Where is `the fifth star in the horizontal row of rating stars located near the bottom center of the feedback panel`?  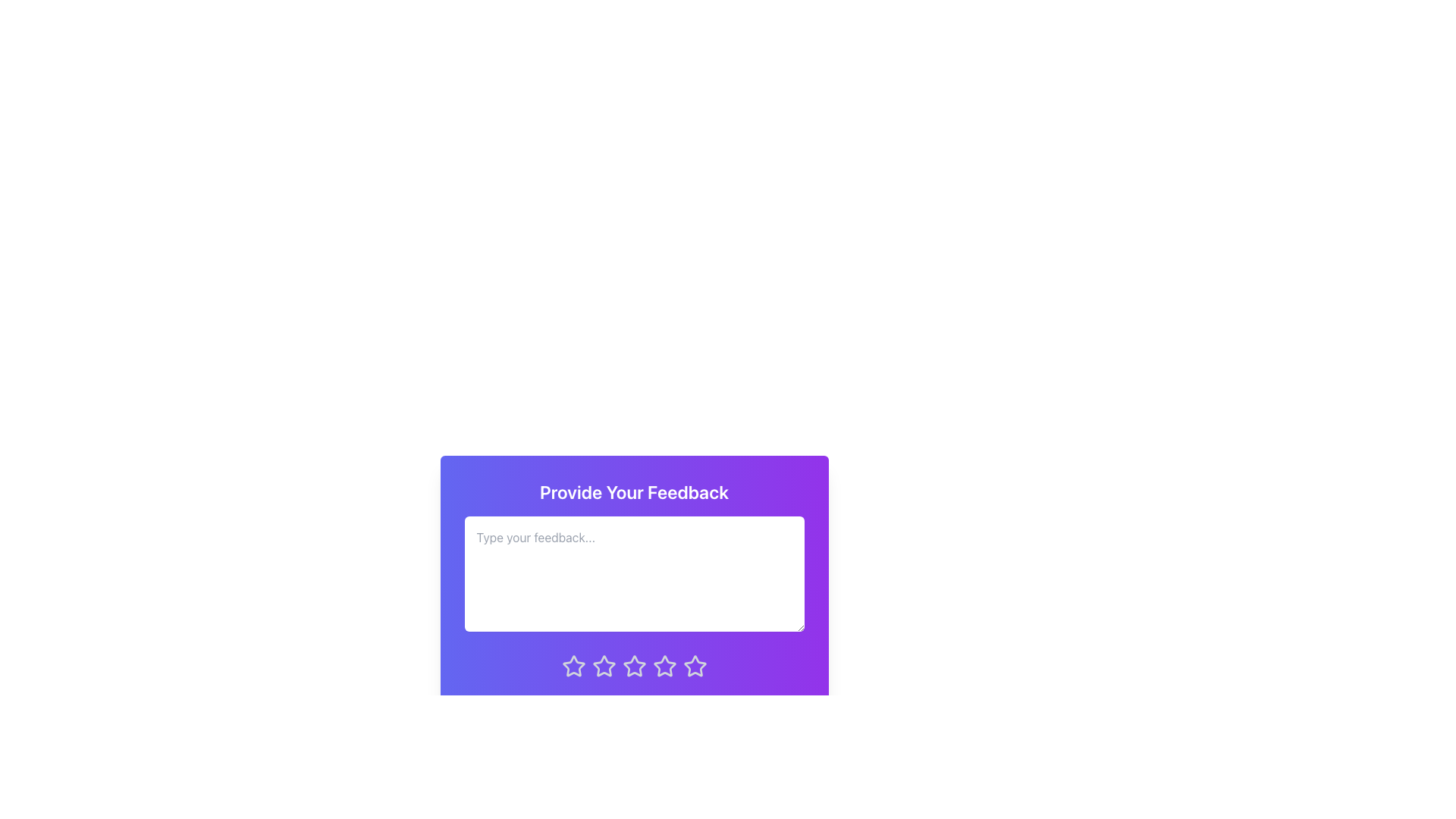
the fifth star in the horizontal row of rating stars located near the bottom center of the feedback panel is located at coordinates (694, 666).